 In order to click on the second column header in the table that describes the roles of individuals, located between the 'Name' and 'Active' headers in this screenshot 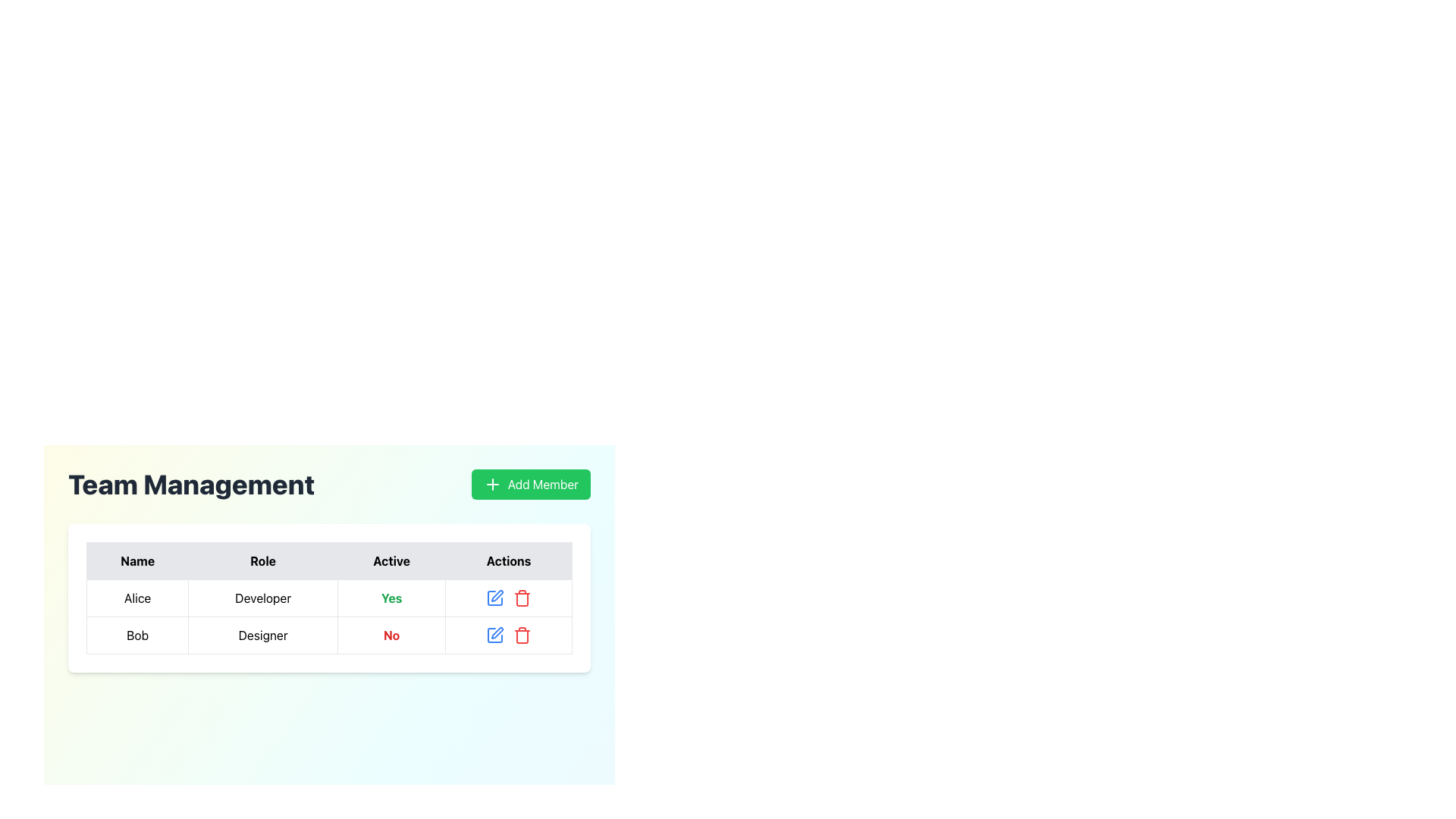, I will do `click(263, 561)`.